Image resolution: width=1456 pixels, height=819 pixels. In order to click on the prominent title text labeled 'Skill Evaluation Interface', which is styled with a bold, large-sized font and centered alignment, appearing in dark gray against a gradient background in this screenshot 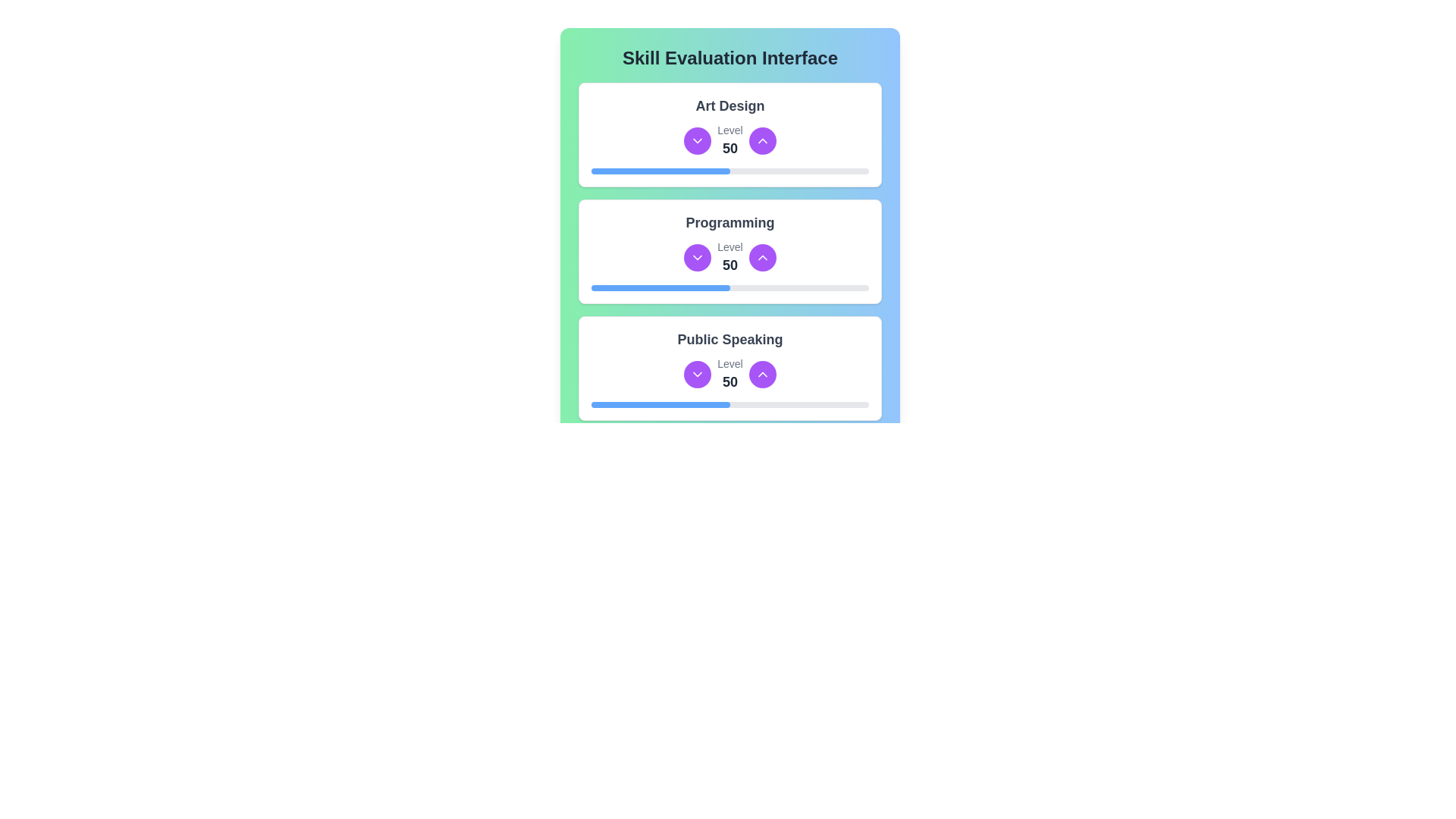, I will do `click(730, 58)`.